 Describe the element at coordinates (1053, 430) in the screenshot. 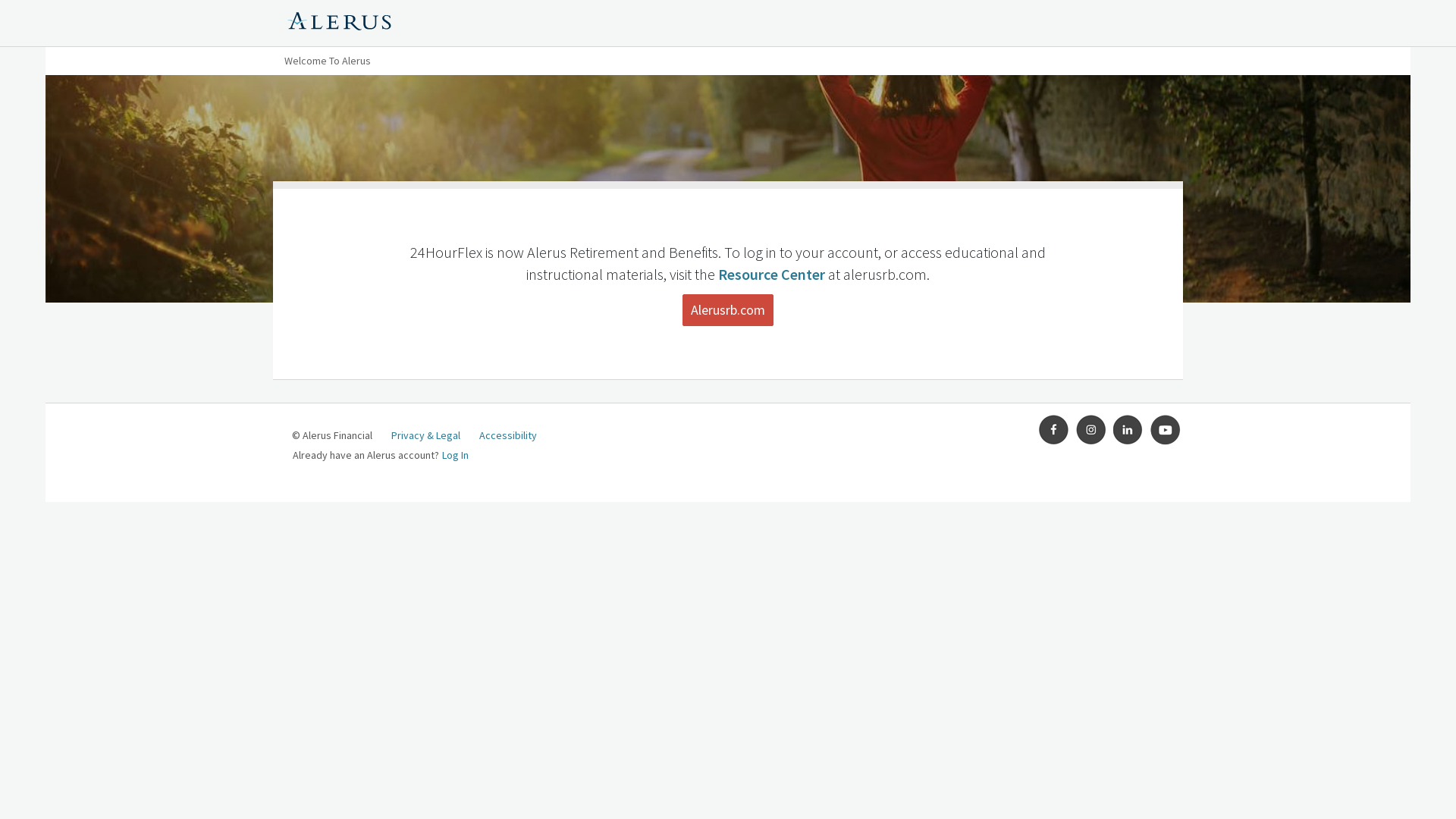

I see `'Facebook'` at that location.